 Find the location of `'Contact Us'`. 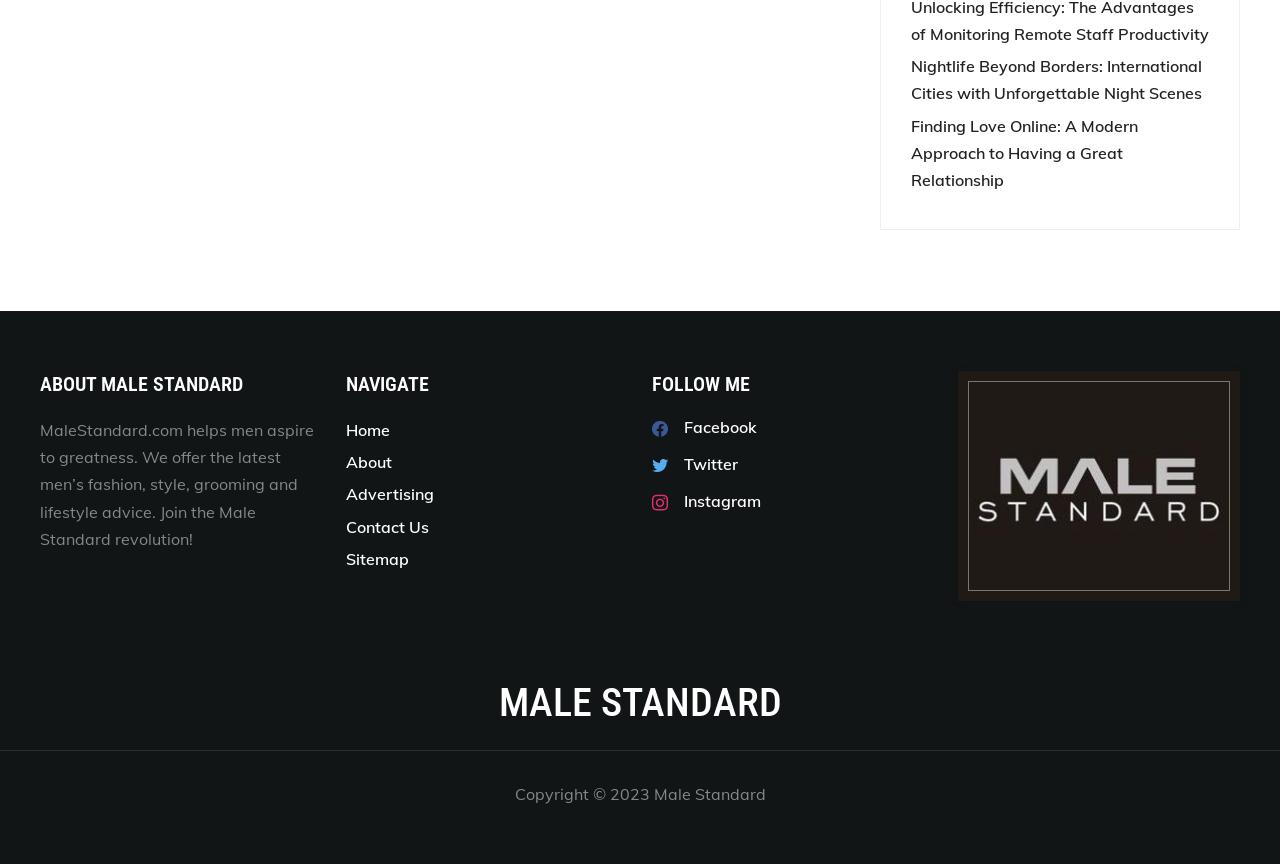

'Contact Us' is located at coordinates (345, 526).